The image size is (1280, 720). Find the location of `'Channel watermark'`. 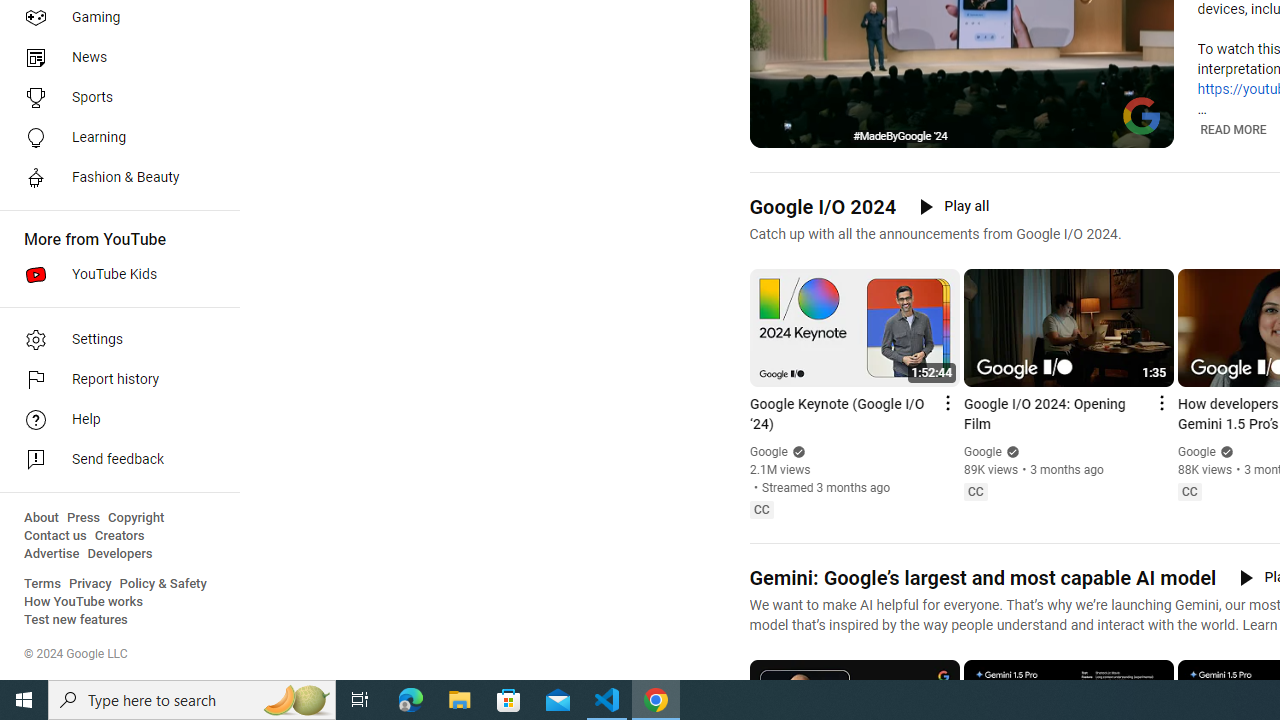

'Channel watermark' is located at coordinates (1141, 115).